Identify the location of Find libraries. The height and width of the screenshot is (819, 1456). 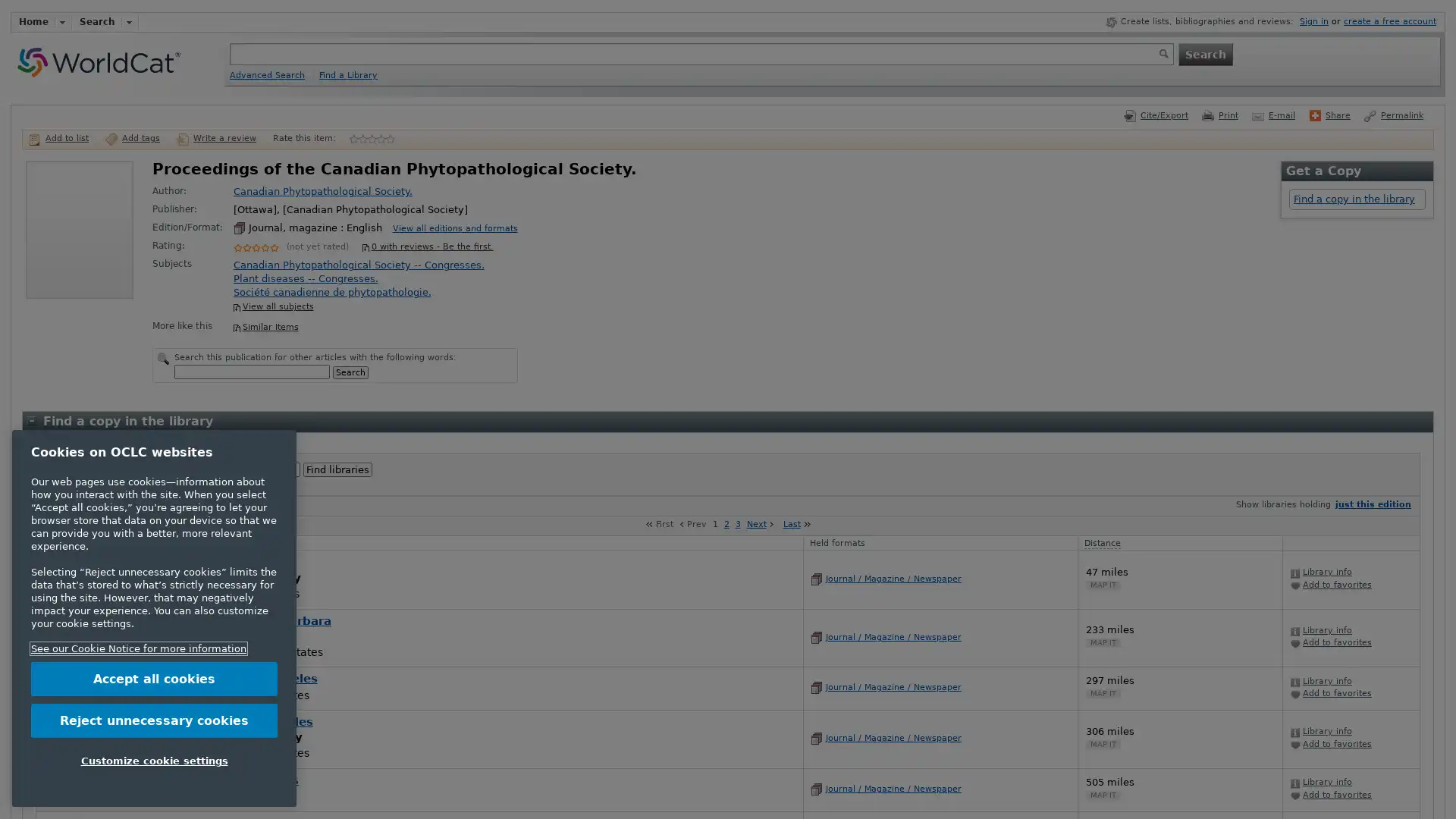
(337, 468).